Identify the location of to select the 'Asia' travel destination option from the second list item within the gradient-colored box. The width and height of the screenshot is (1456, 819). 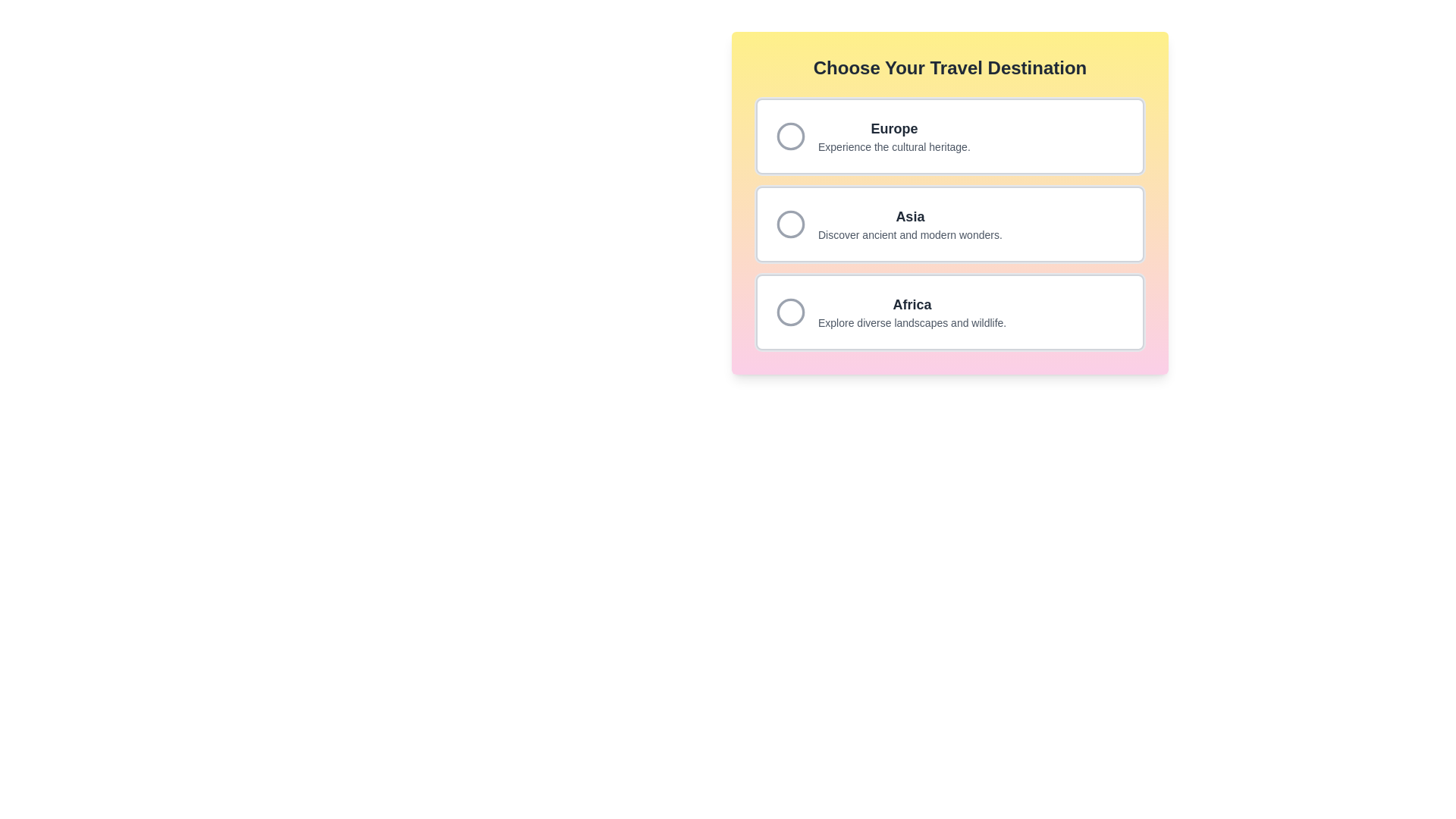
(949, 202).